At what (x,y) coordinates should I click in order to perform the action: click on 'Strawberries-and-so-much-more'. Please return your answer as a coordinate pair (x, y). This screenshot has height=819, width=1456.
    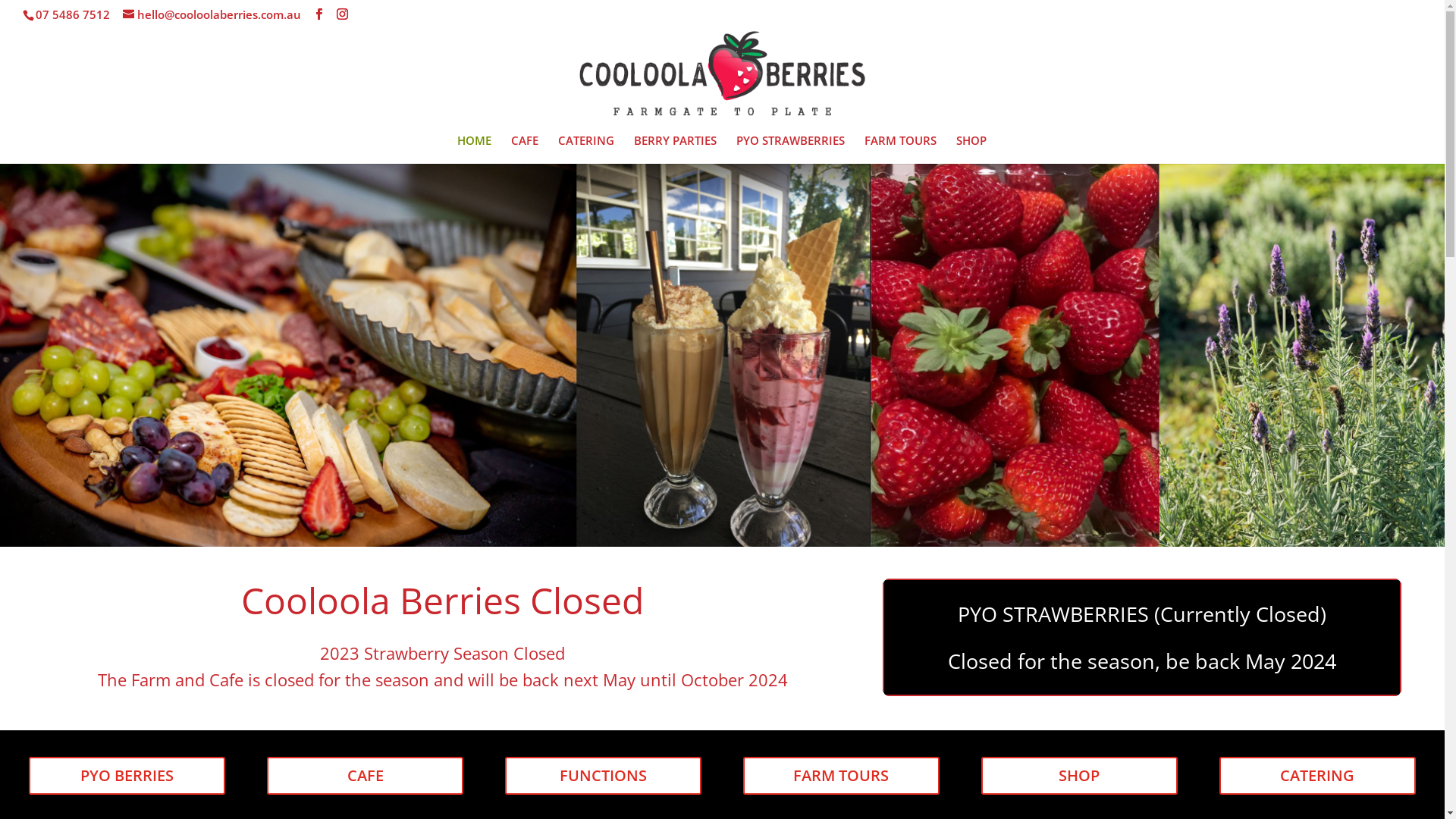
    Looking at the image, I should click on (721, 354).